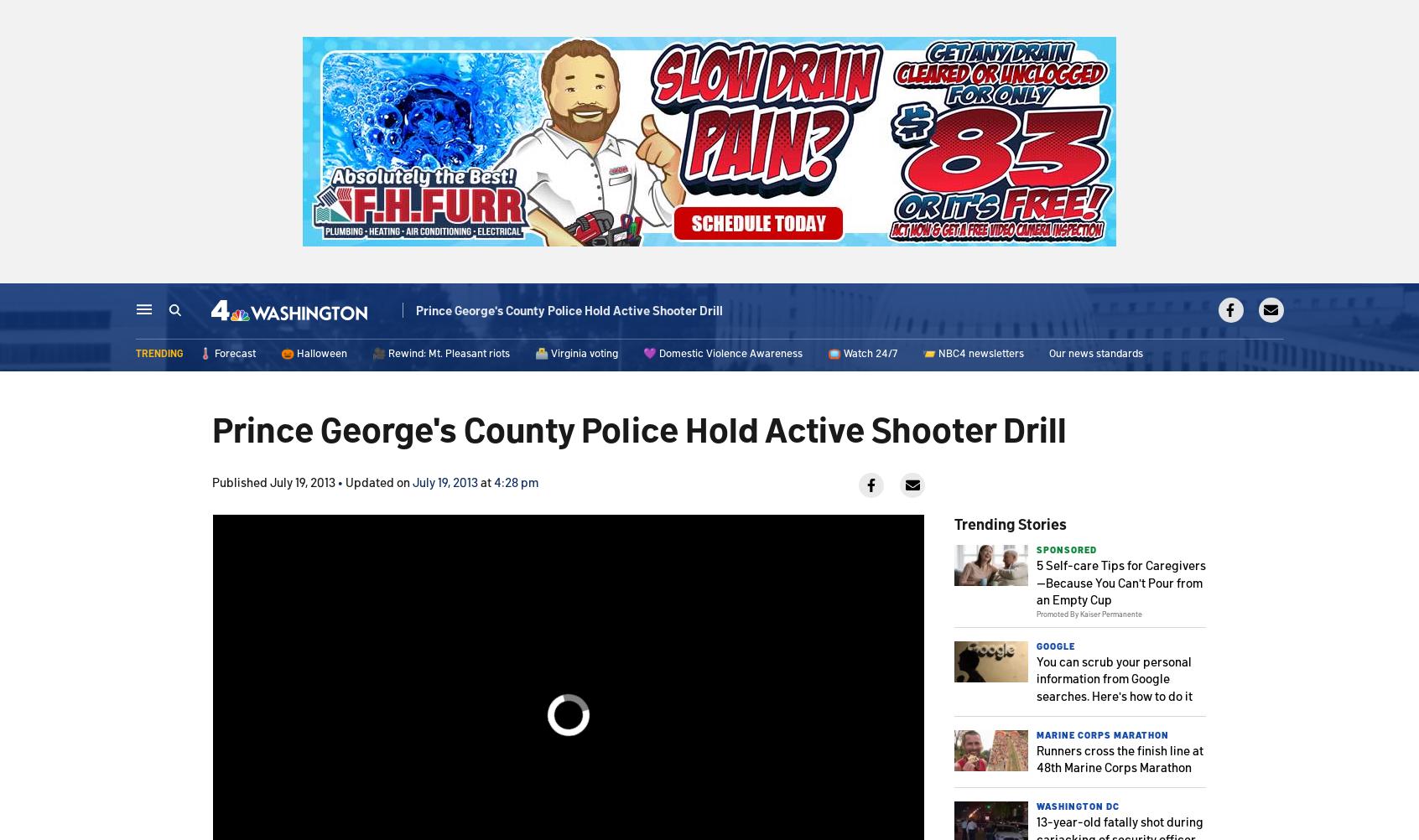 The image size is (1419, 840). What do you see at coordinates (459, 312) in the screenshot?
I see `'Weather'` at bounding box center [459, 312].